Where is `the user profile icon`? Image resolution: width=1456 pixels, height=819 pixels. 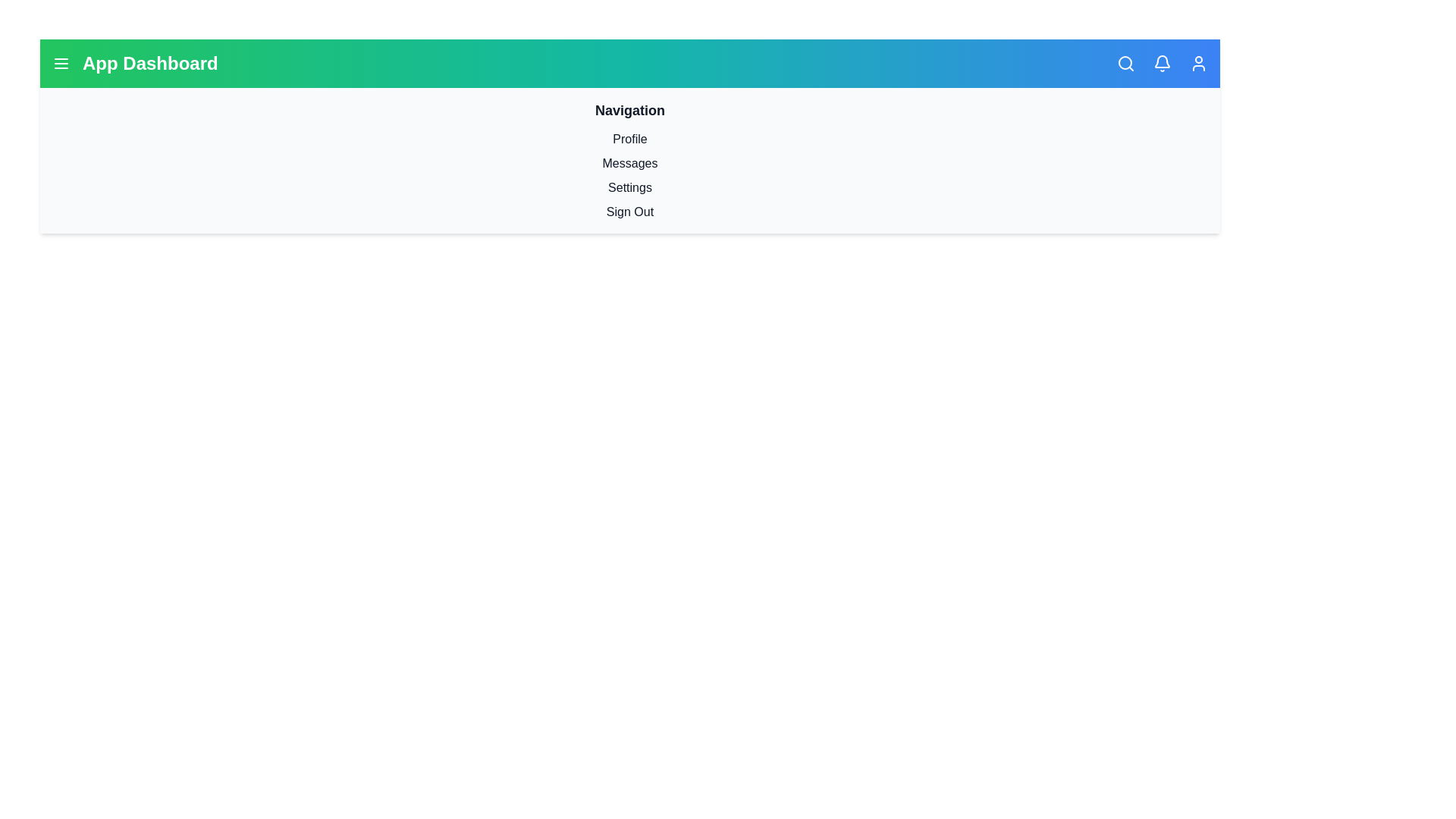 the user profile icon is located at coordinates (1197, 63).